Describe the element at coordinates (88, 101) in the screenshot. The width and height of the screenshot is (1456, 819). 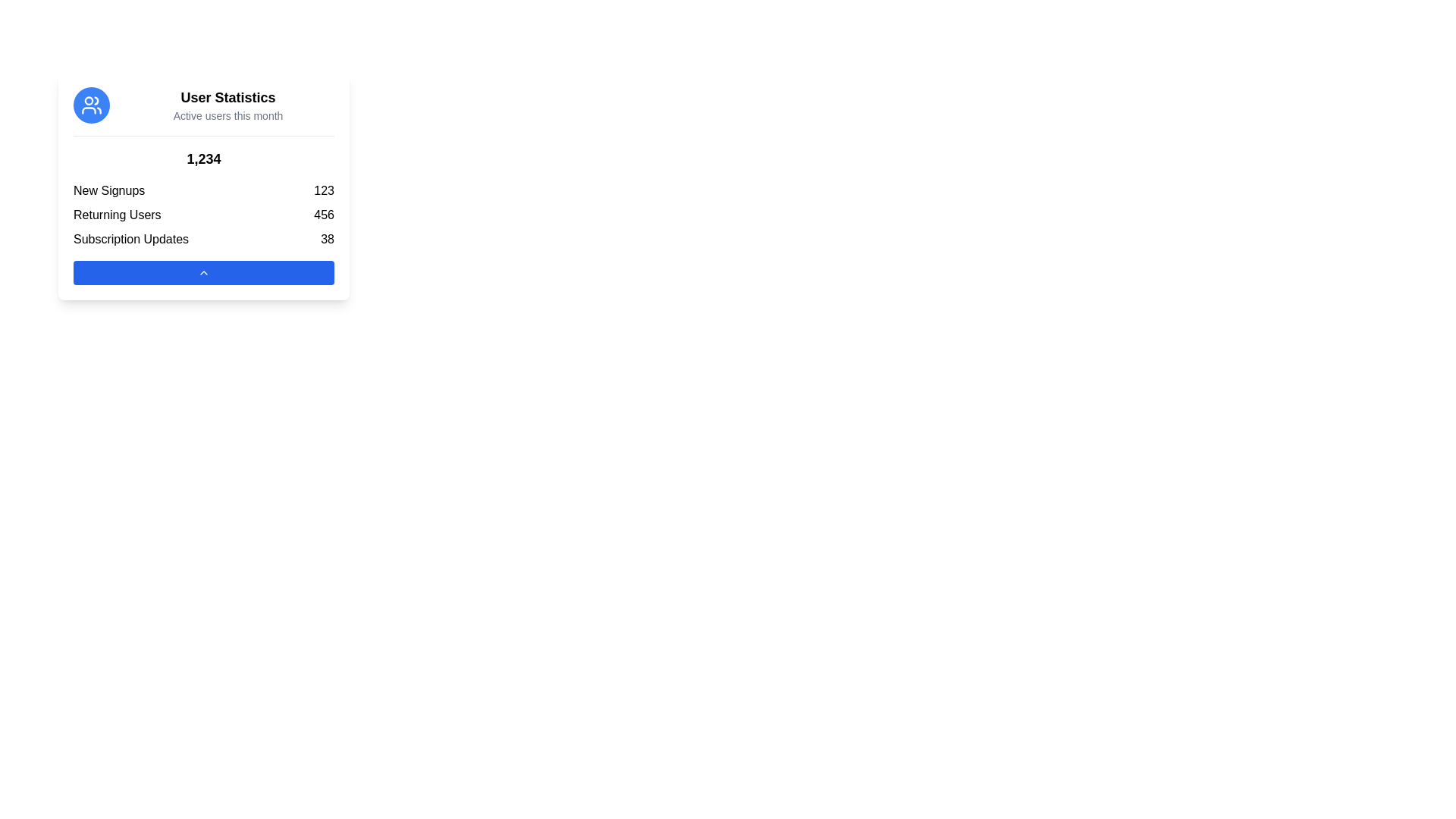
I see `the circular decorative vector graphic that represents a user within the 'Users' icon in the top-left of the 'User Statistics' card` at that location.